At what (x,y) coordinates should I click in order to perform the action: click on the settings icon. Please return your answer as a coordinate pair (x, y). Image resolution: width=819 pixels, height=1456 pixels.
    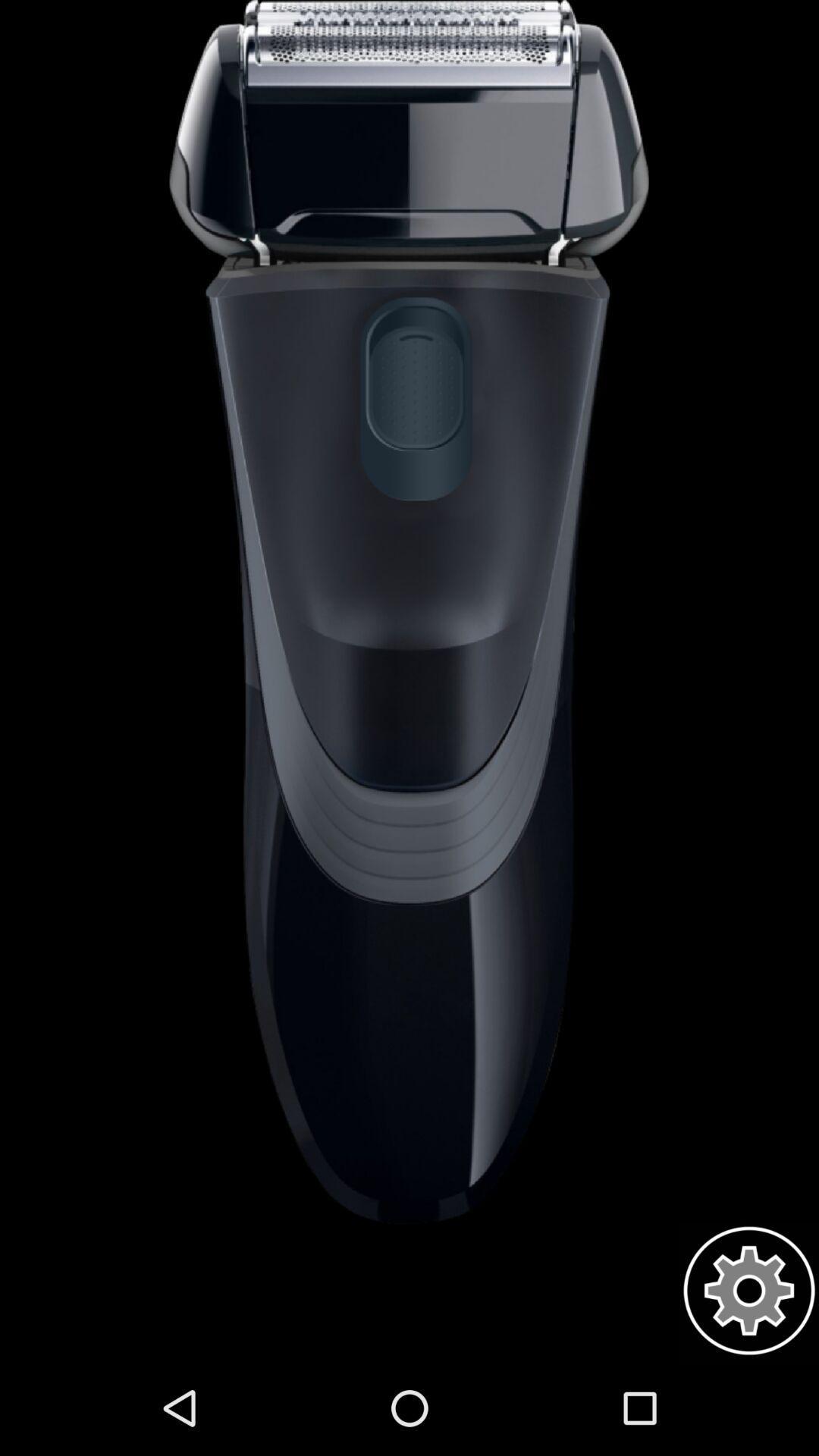
    Looking at the image, I should click on (748, 1381).